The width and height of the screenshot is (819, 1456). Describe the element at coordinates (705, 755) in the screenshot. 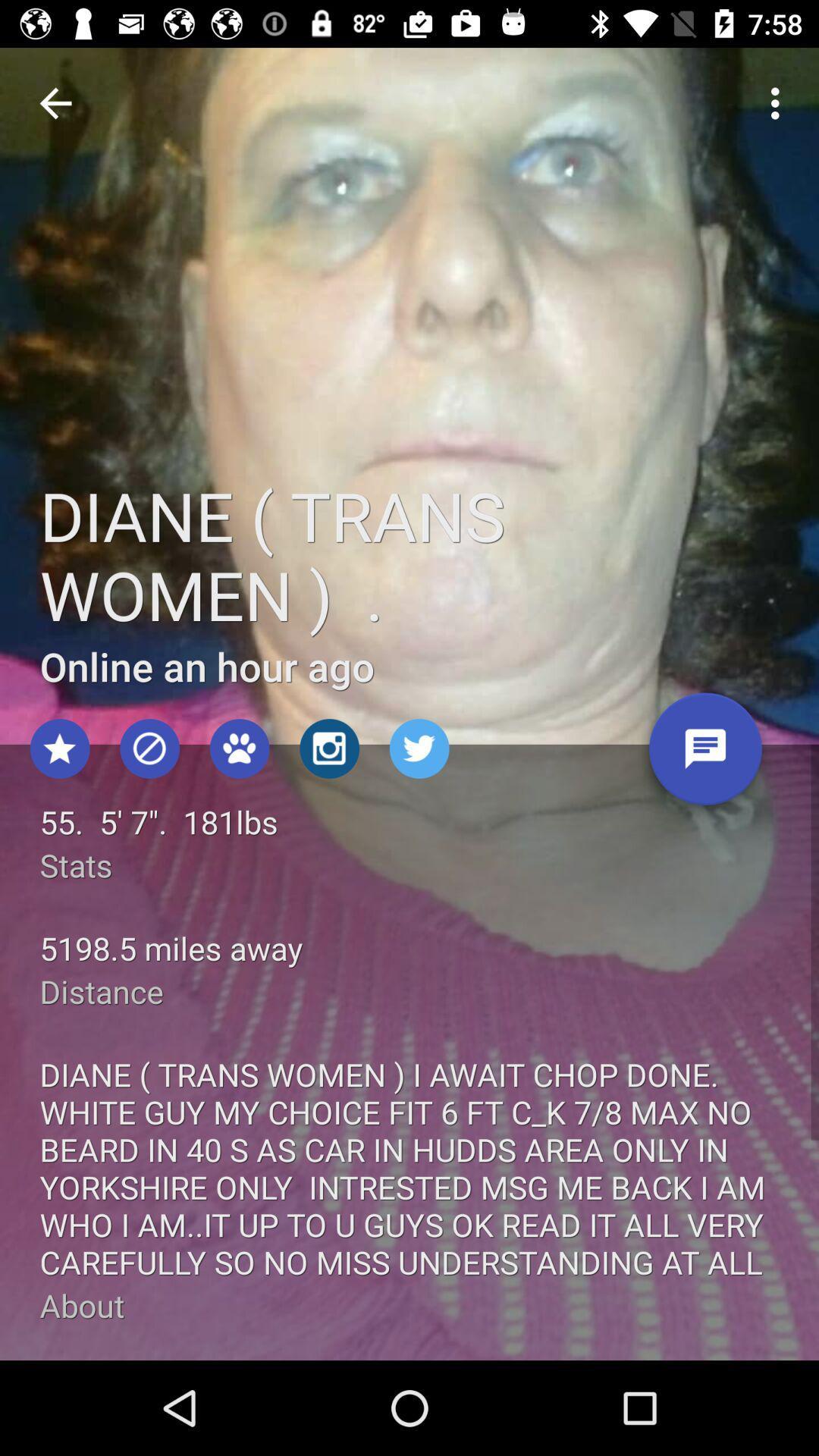

I see `messages the article` at that location.